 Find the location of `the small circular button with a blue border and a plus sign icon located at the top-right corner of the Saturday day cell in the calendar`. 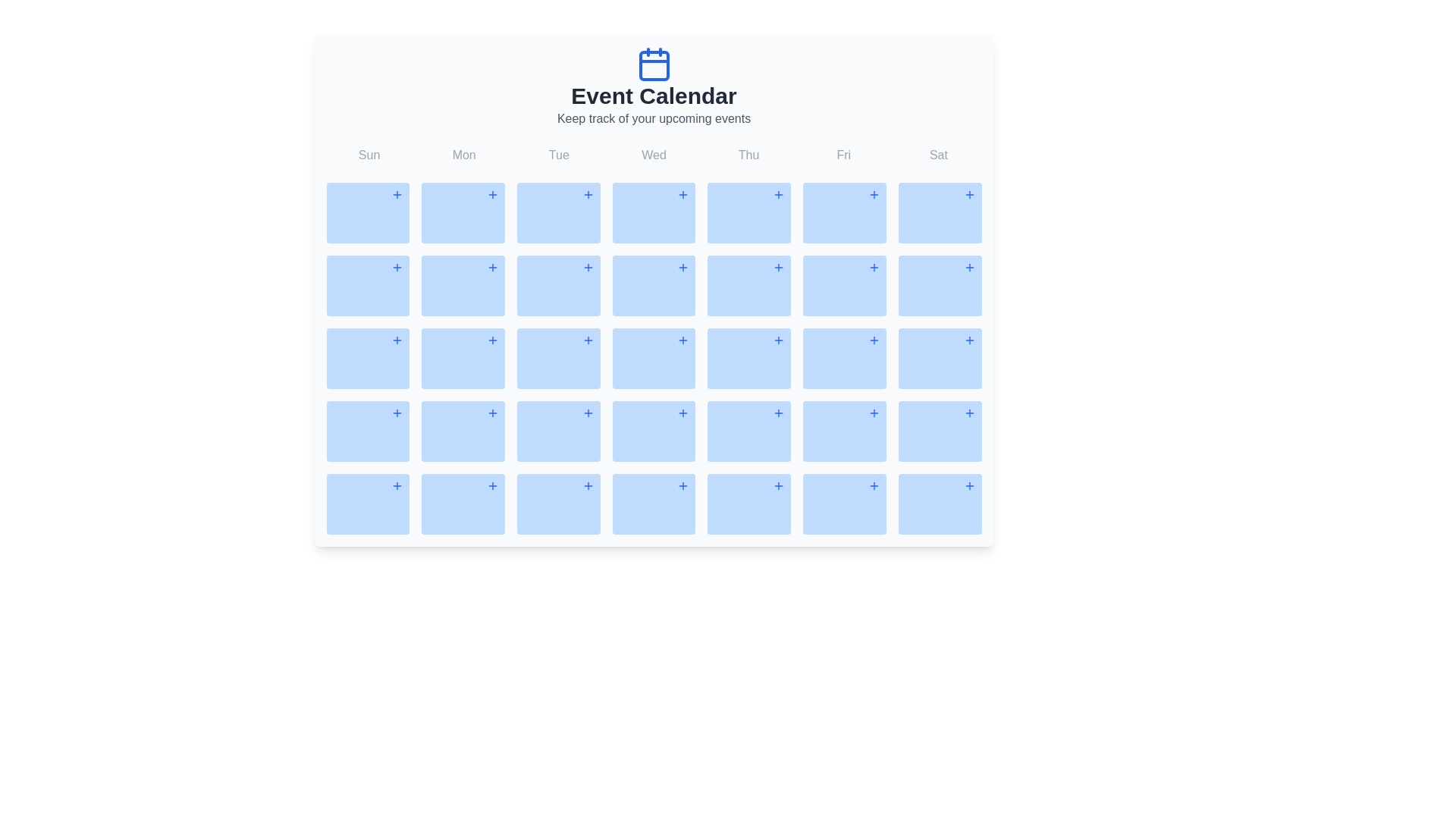

the small circular button with a blue border and a plus sign icon located at the top-right corner of the Saturday day cell in the calendar is located at coordinates (968, 413).